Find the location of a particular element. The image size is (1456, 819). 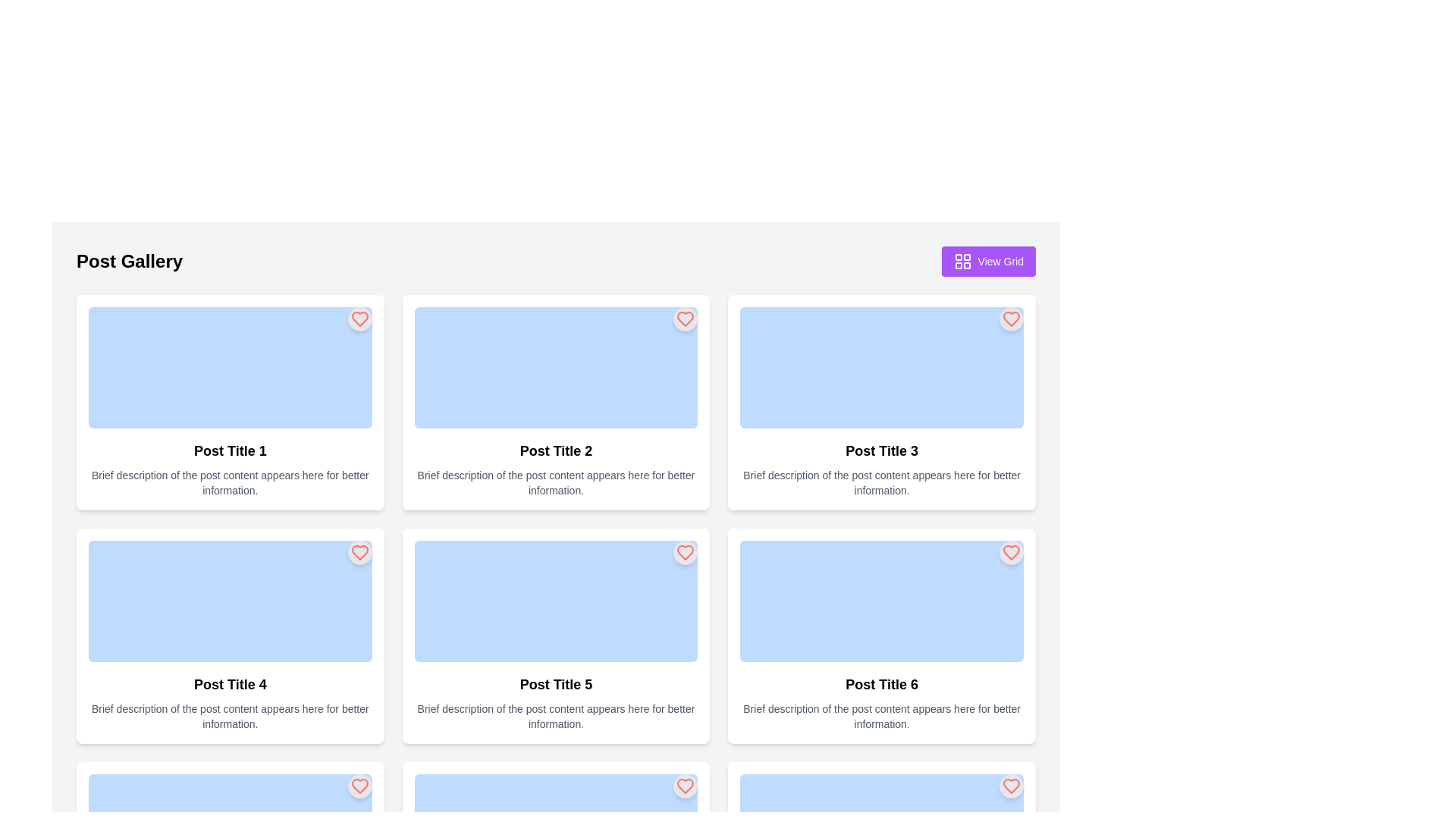

the Text Label that serves as the title of a card located at the bottom section of the card in the first column, first row of the multi-card gallery is located at coordinates (229, 450).